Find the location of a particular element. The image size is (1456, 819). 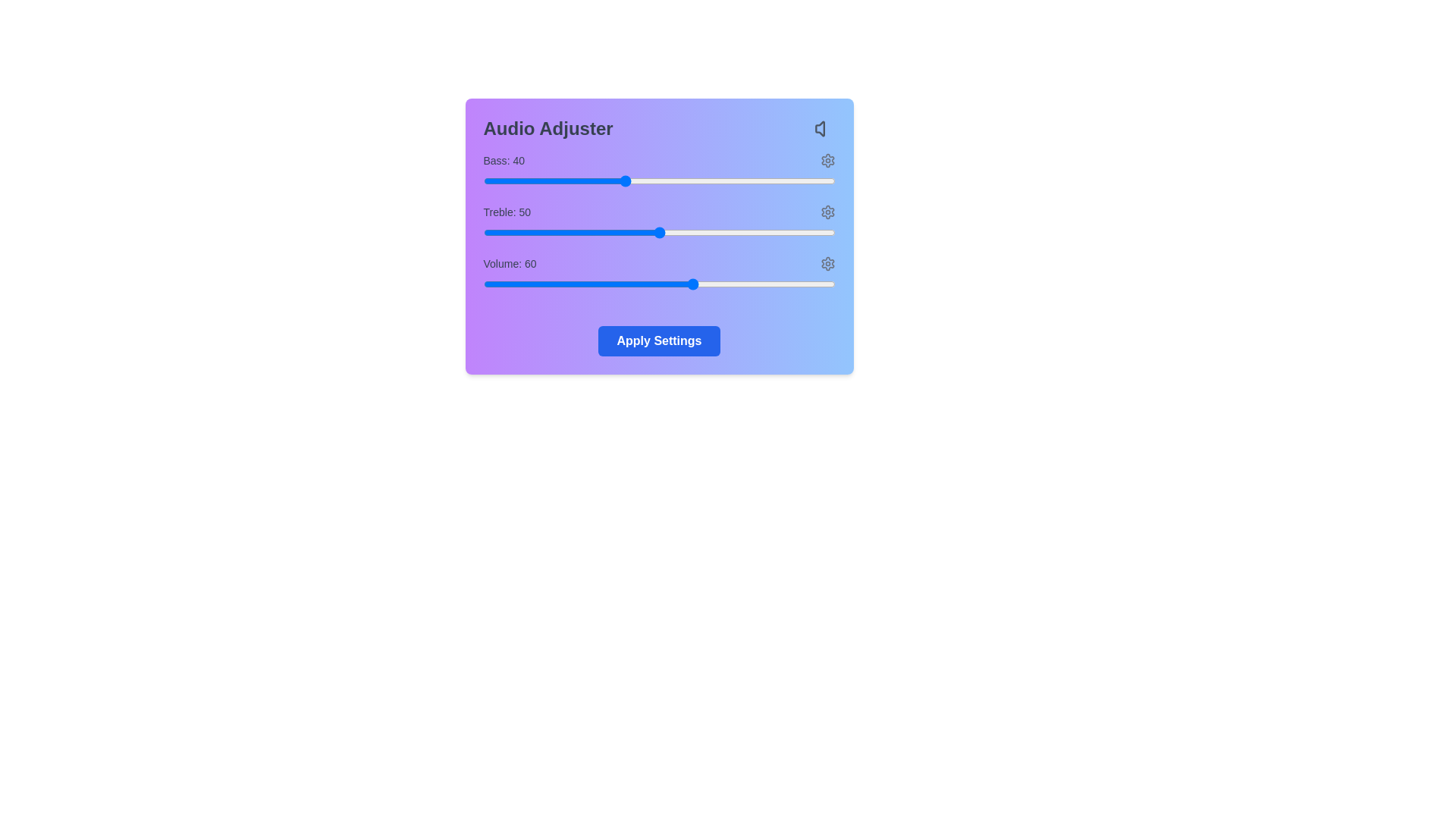

the track of the horizontal audio slider positioned under the 'Bass: 40' text to set a position directly is located at coordinates (659, 180).